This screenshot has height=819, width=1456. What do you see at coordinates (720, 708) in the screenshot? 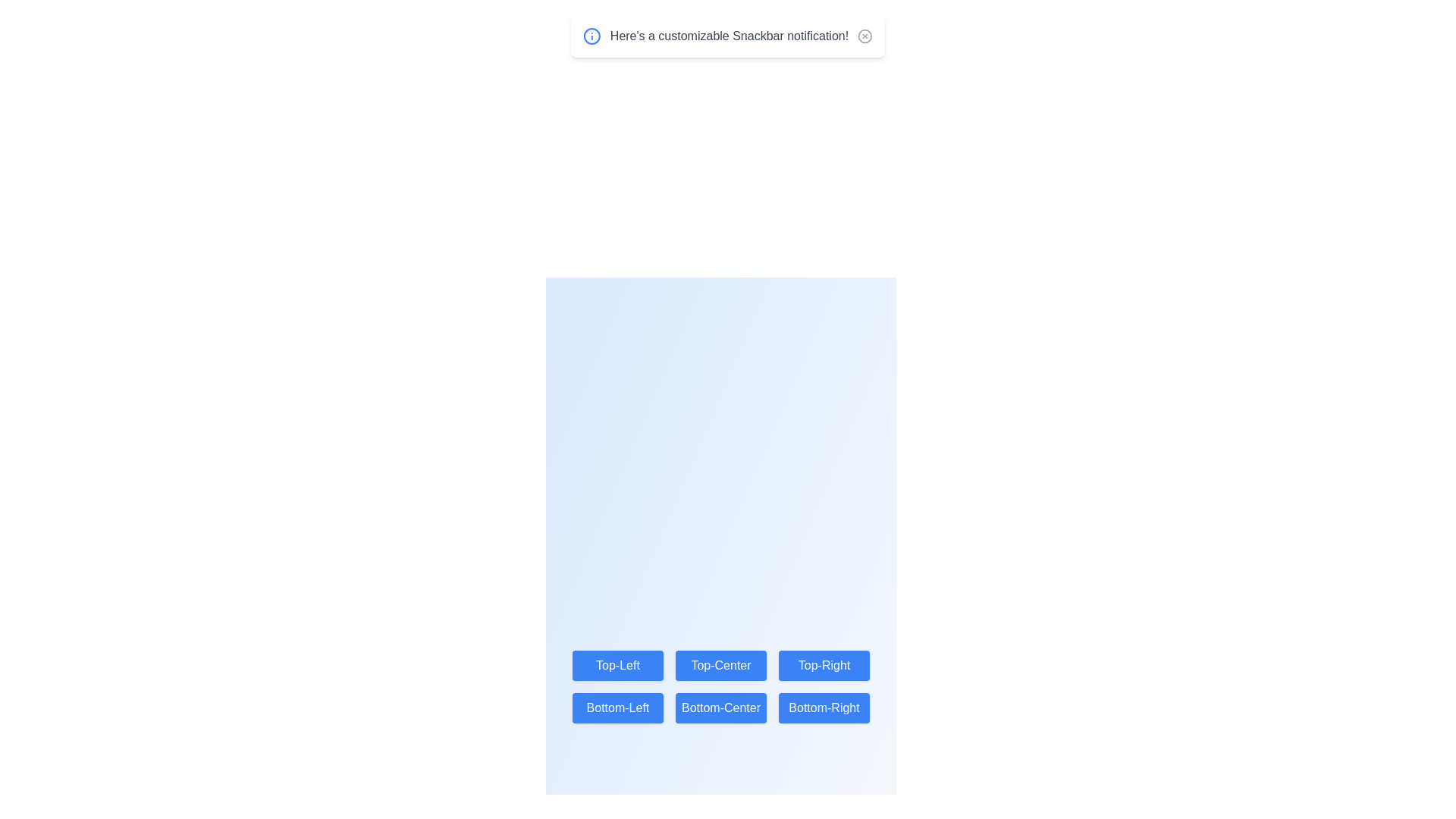
I see `the button labeled Bottom-Center to change the Snackbar position` at bounding box center [720, 708].